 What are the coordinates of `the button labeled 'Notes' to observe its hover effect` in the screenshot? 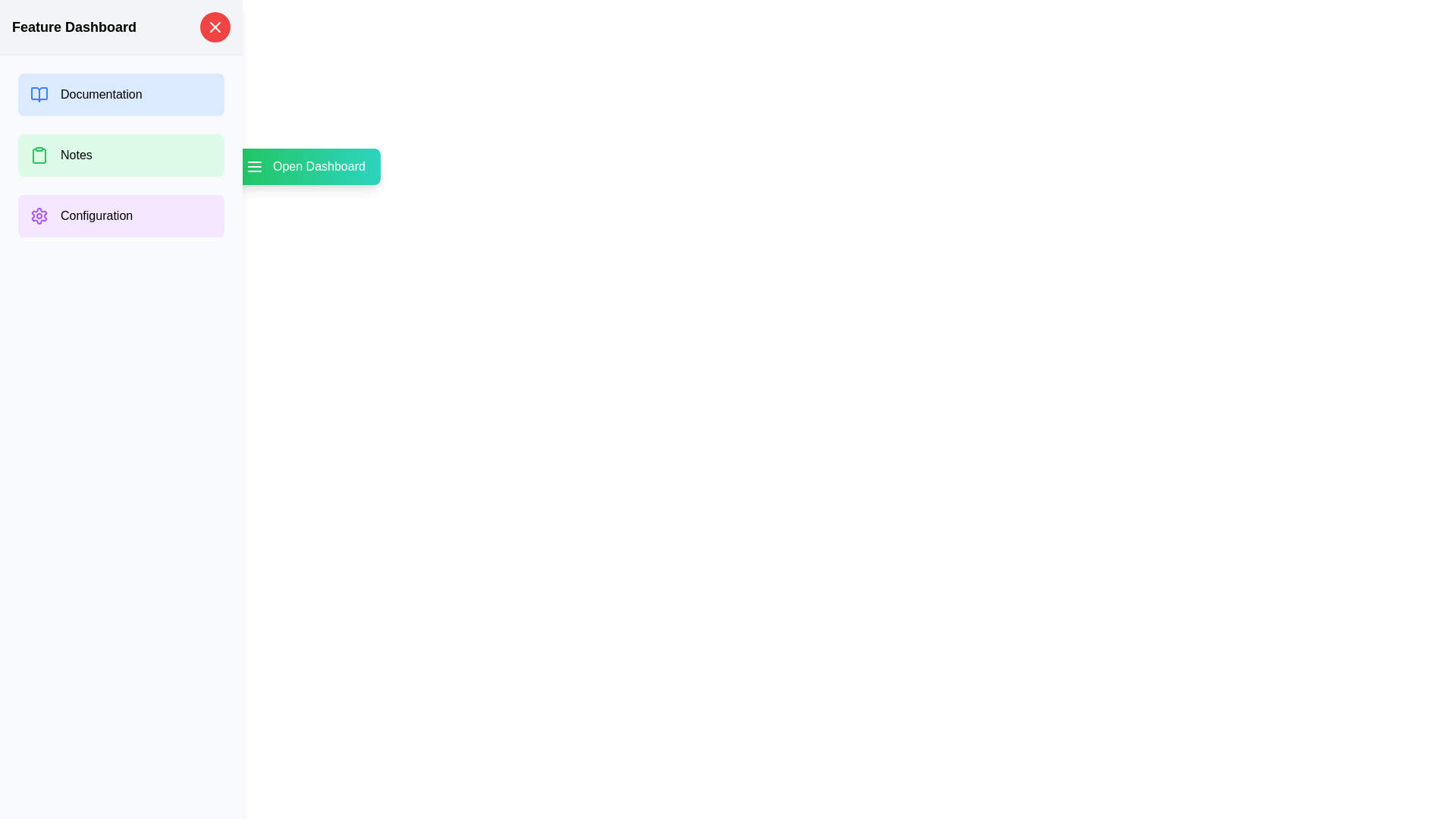 It's located at (120, 155).